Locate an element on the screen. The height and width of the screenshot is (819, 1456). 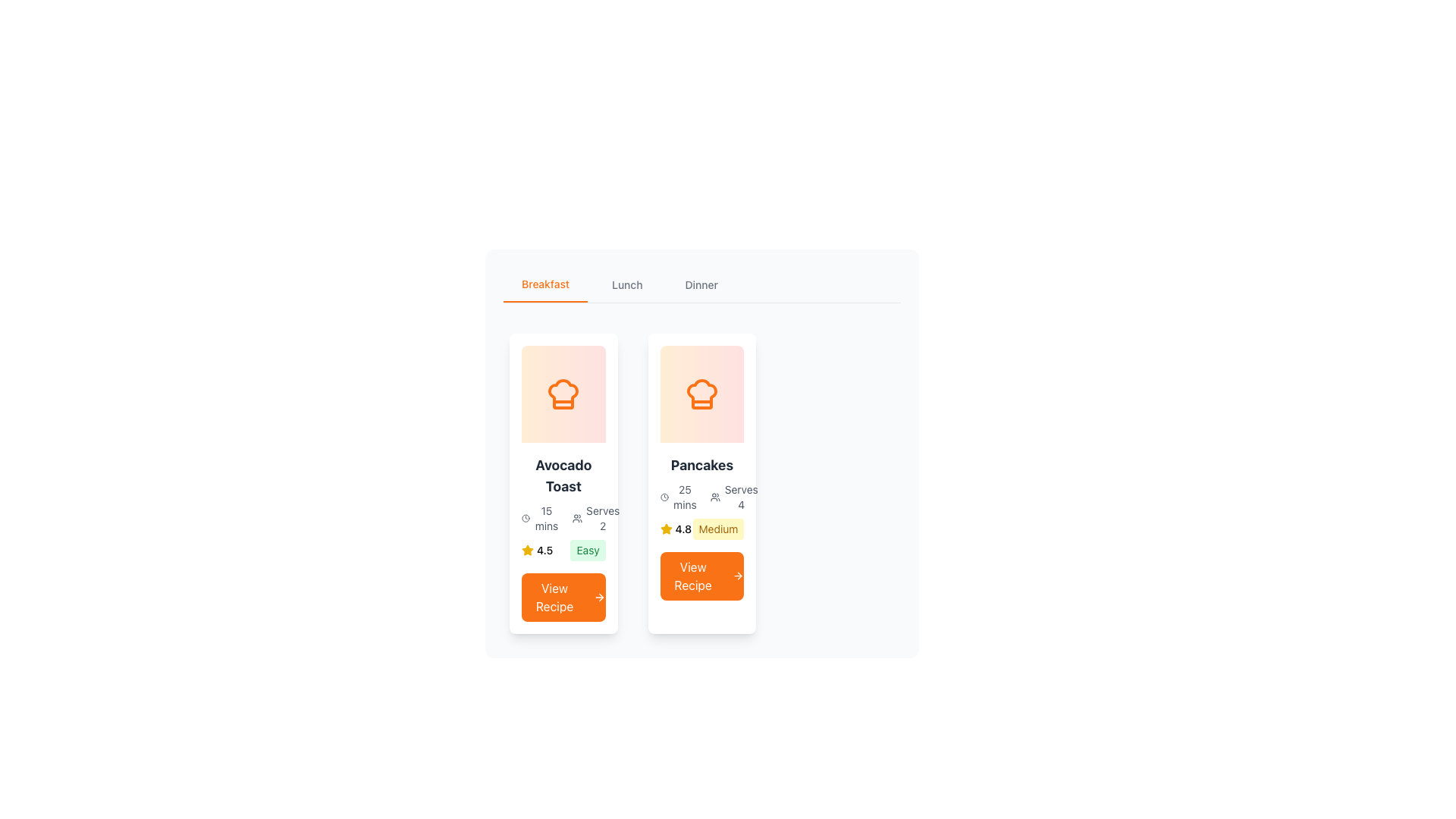
the estimated preparation time label located in the breakfast recipe card for 'Avocado Toast', which is positioned below the chef's hat icon and to the left of the 'Serves 2' text is located at coordinates (546, 517).